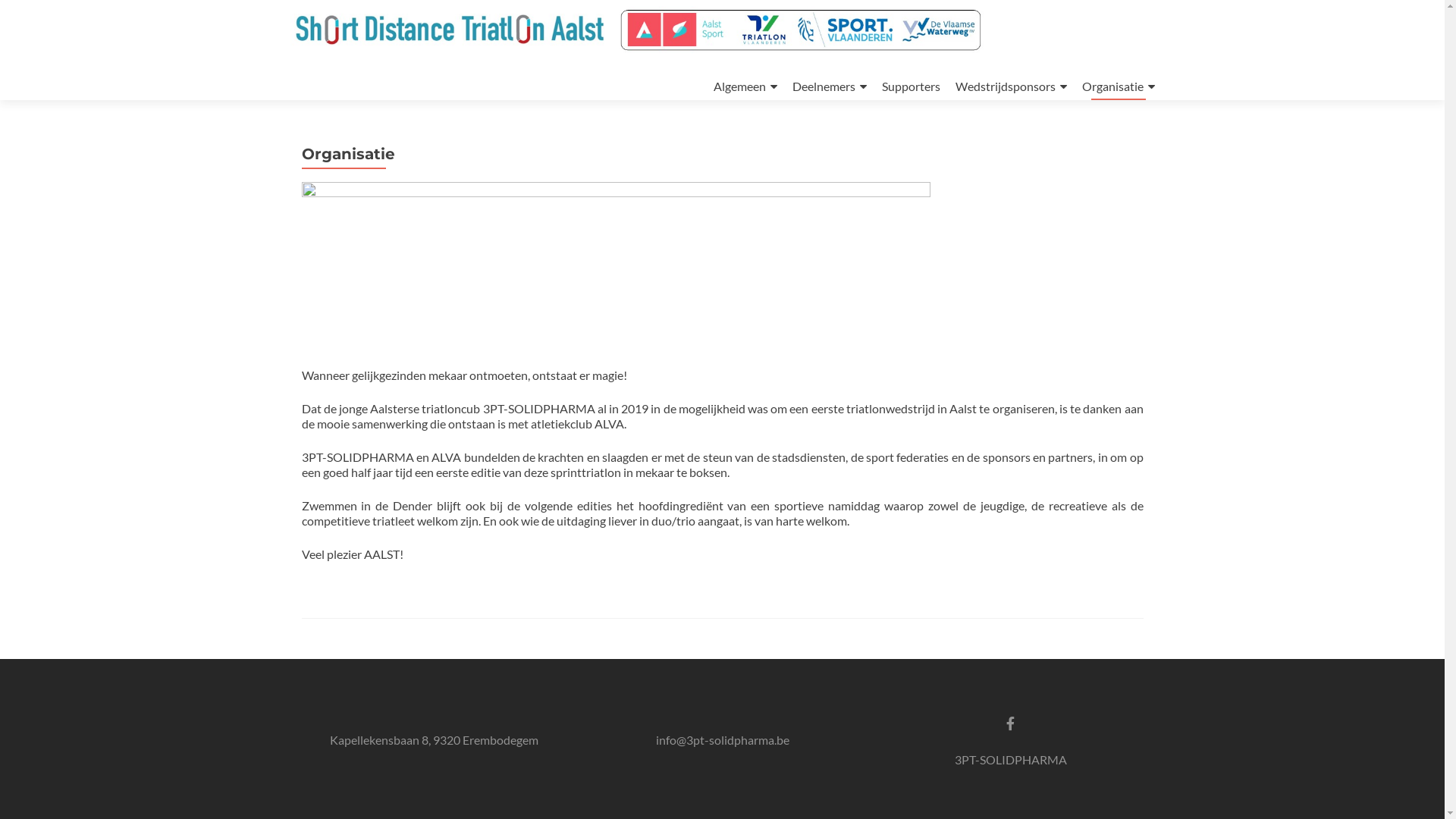 This screenshot has height=819, width=1456. What do you see at coordinates (828, 86) in the screenshot?
I see `'Deelnemers'` at bounding box center [828, 86].